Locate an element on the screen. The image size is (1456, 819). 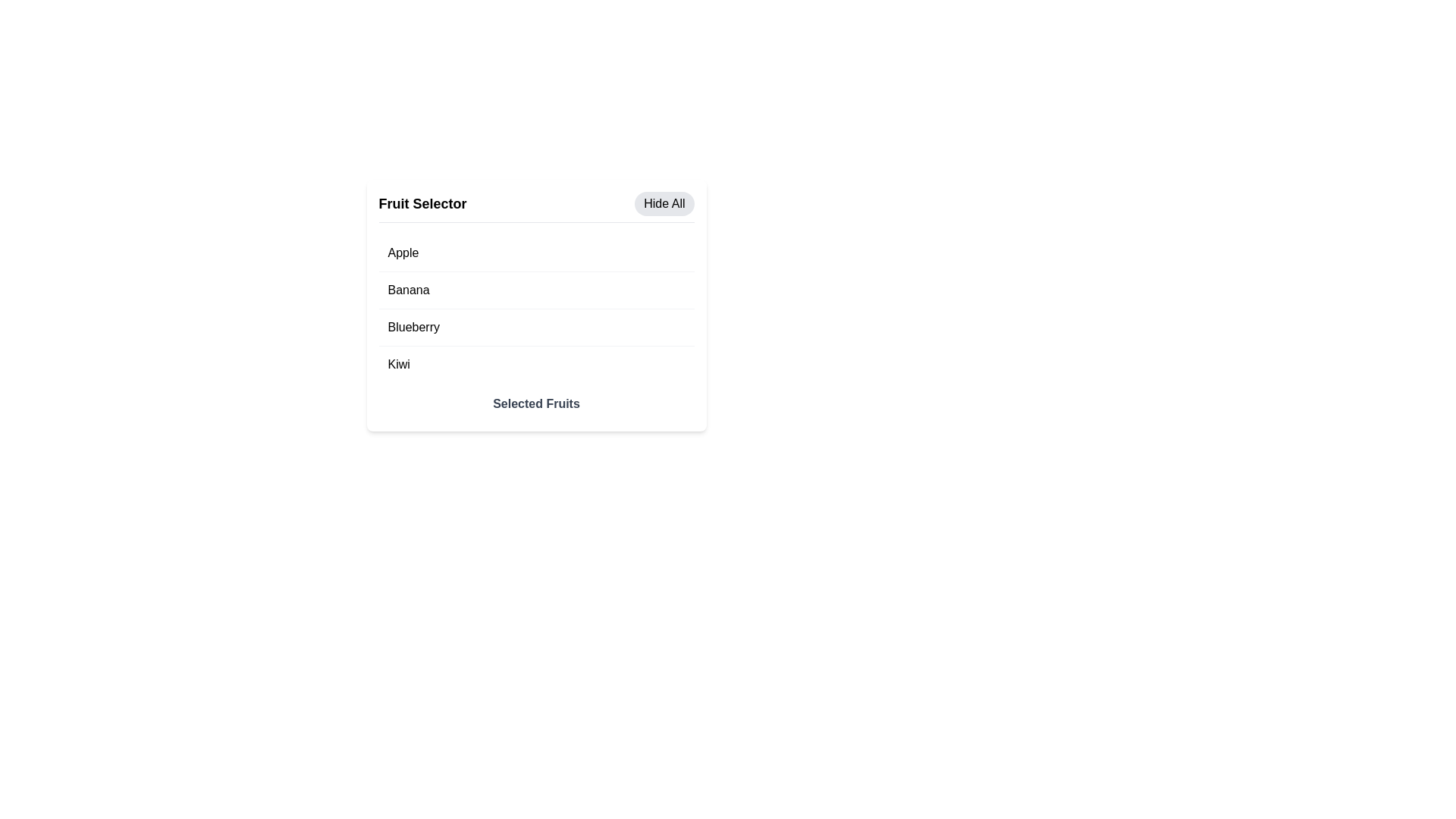
the static text label that serves as a title for the selected fruits, positioned at the bottom of the card, below the list of selectable fruits is located at coordinates (536, 406).